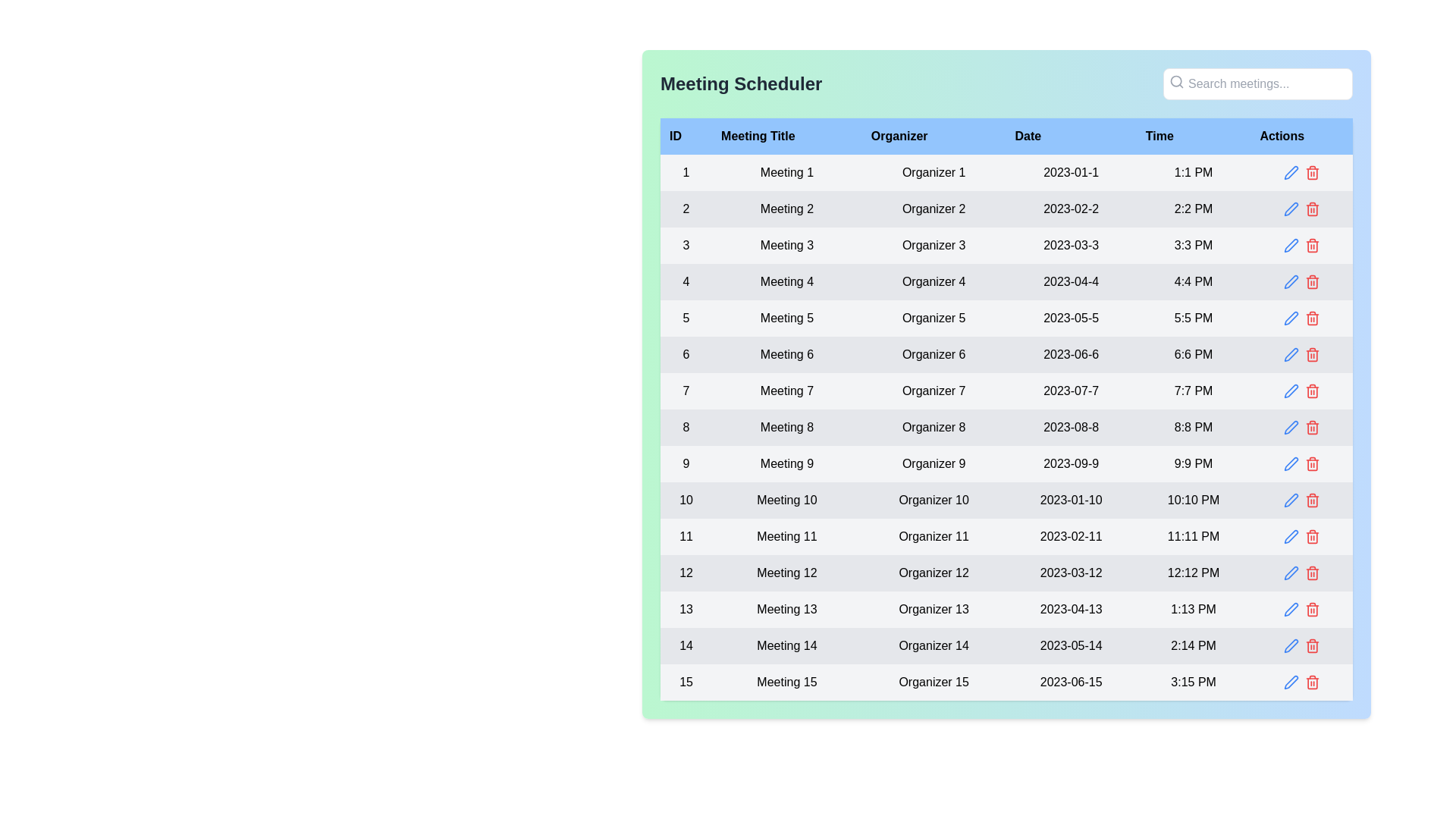  Describe the element at coordinates (1301, 354) in the screenshot. I see `the delete button located in the 'Actions' column of the sixth row of the meeting table, aligned with 'Meeting 6' dated '2023-06-6', to initiate a delete action` at that location.